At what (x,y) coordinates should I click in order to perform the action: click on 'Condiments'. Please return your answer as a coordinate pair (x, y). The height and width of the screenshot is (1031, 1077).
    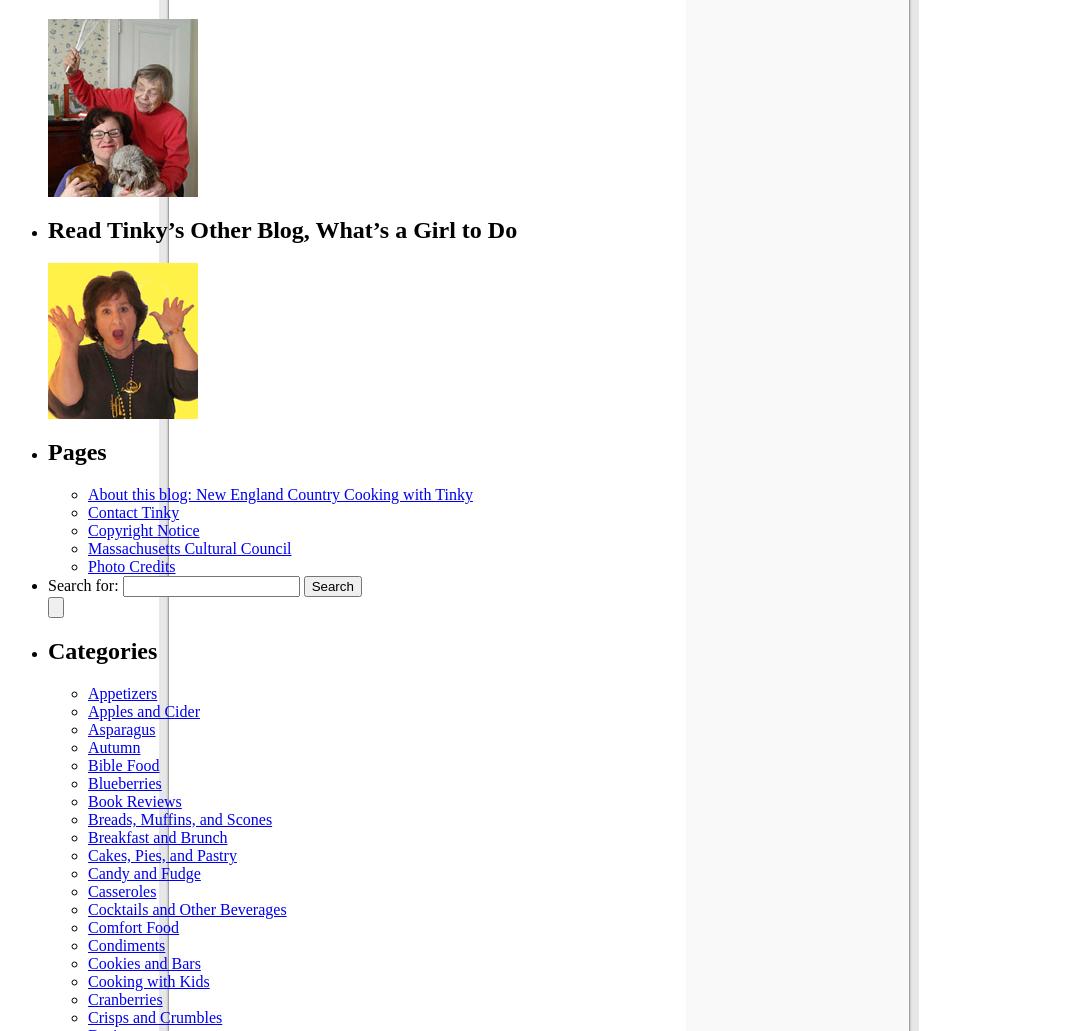
    Looking at the image, I should click on (86, 944).